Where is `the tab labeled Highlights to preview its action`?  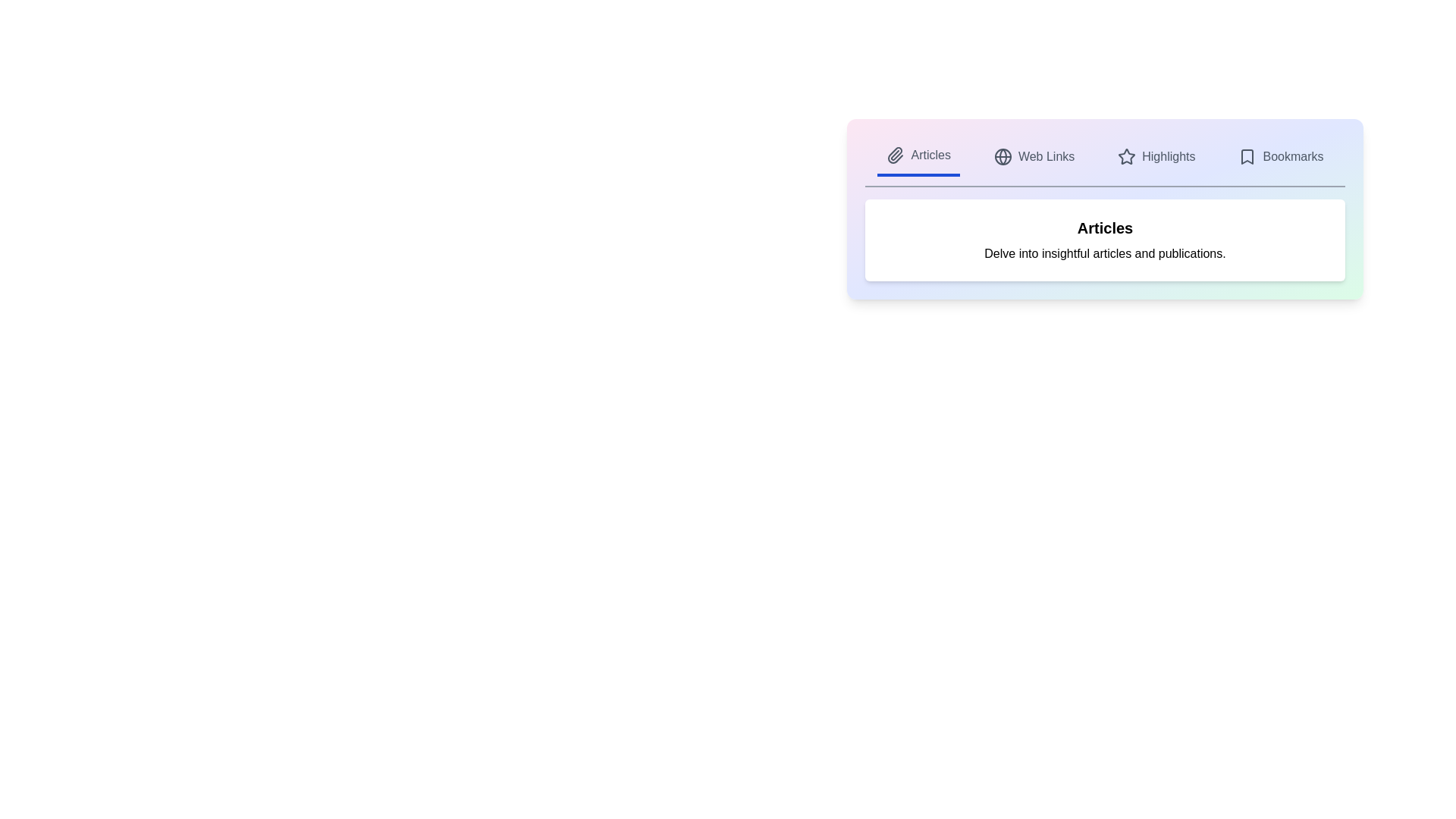
the tab labeled Highlights to preview its action is located at coordinates (1156, 157).